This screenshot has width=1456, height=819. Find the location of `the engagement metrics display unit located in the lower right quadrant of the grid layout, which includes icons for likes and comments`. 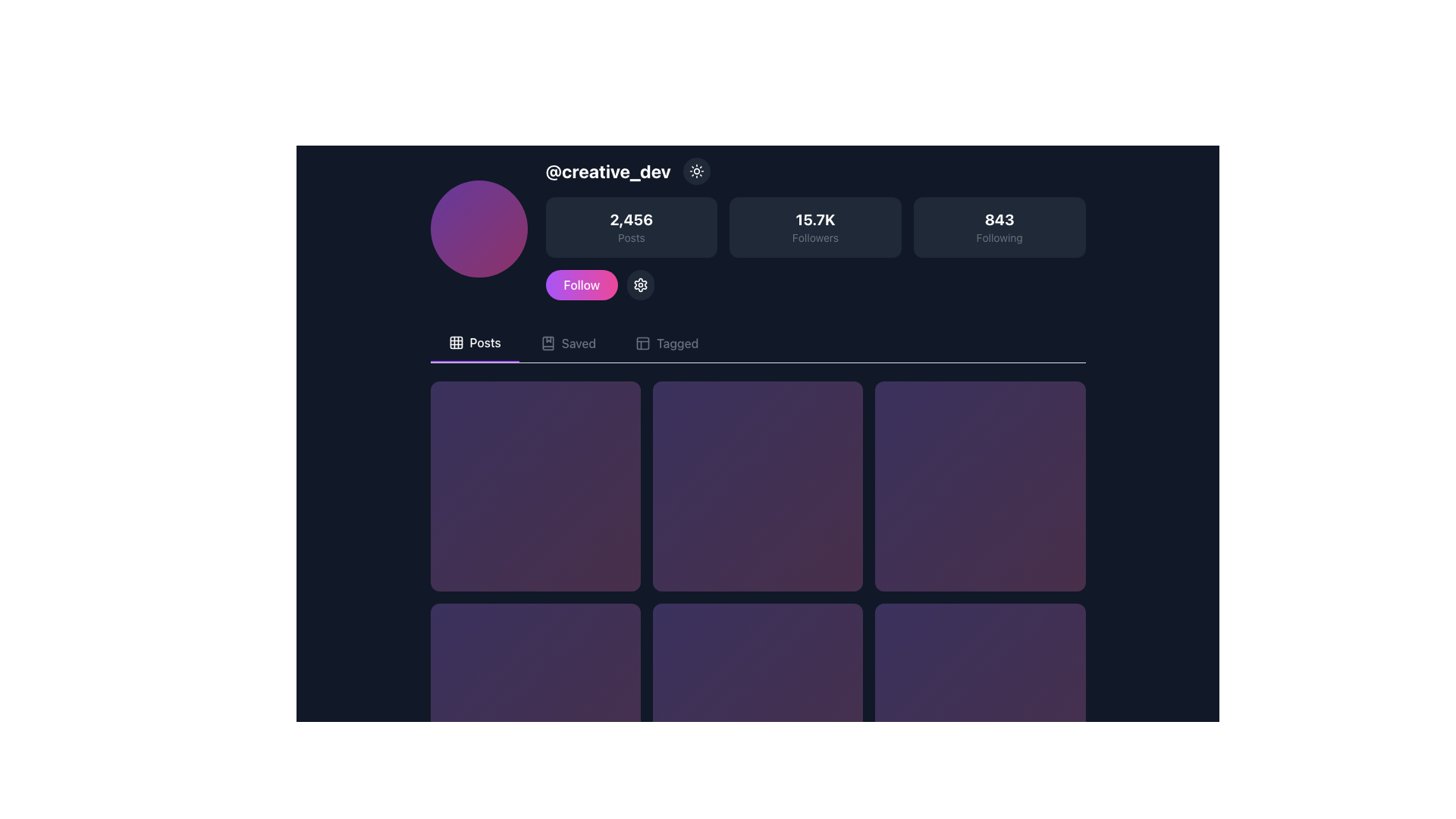

the engagement metrics display unit located in the lower right quadrant of the grid layout, which includes icons for likes and comments is located at coordinates (980, 709).